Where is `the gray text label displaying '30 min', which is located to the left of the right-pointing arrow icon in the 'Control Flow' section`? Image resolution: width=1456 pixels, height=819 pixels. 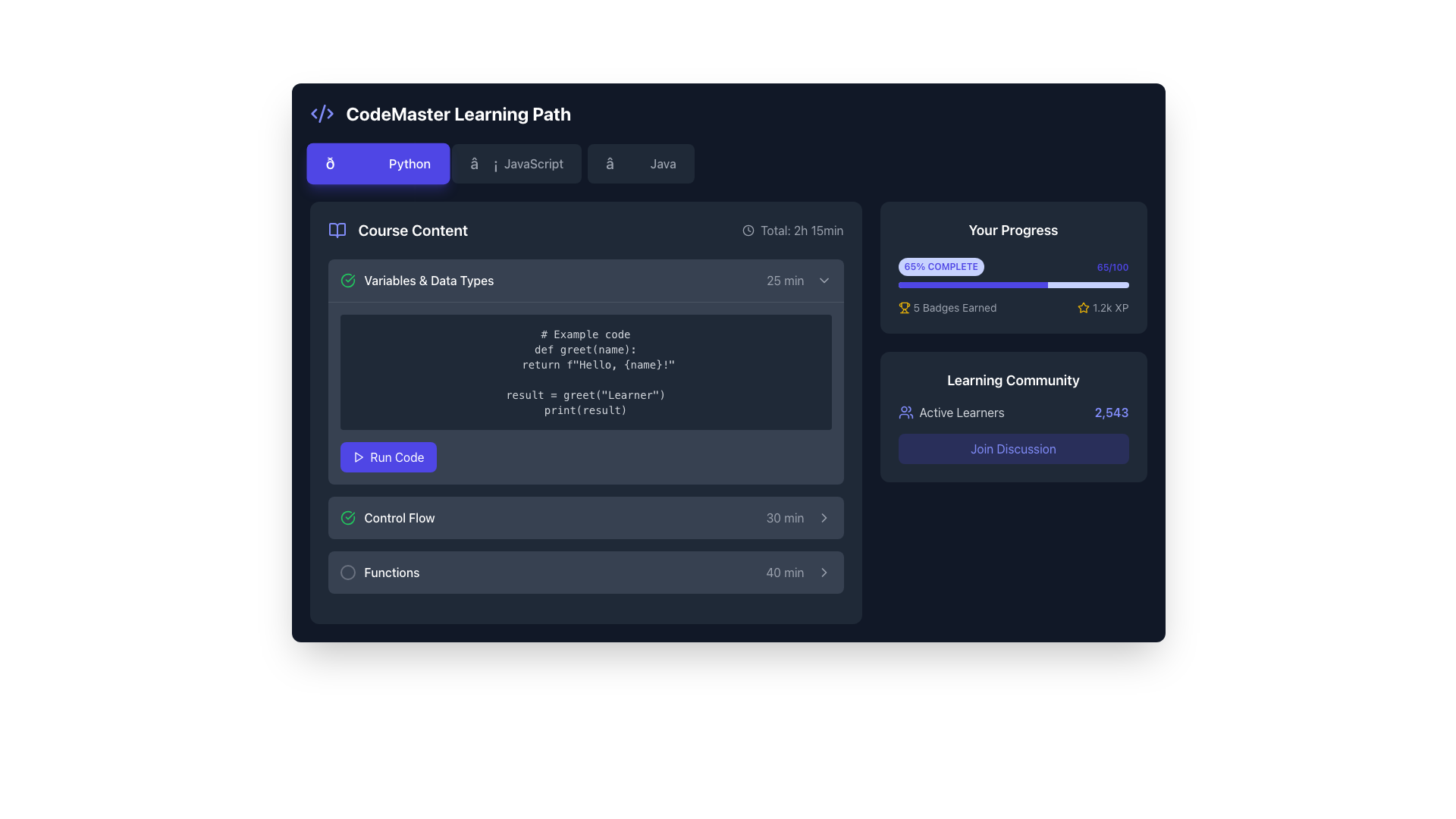
the gray text label displaying '30 min', which is located to the left of the right-pointing arrow icon in the 'Control Flow' section is located at coordinates (785, 516).